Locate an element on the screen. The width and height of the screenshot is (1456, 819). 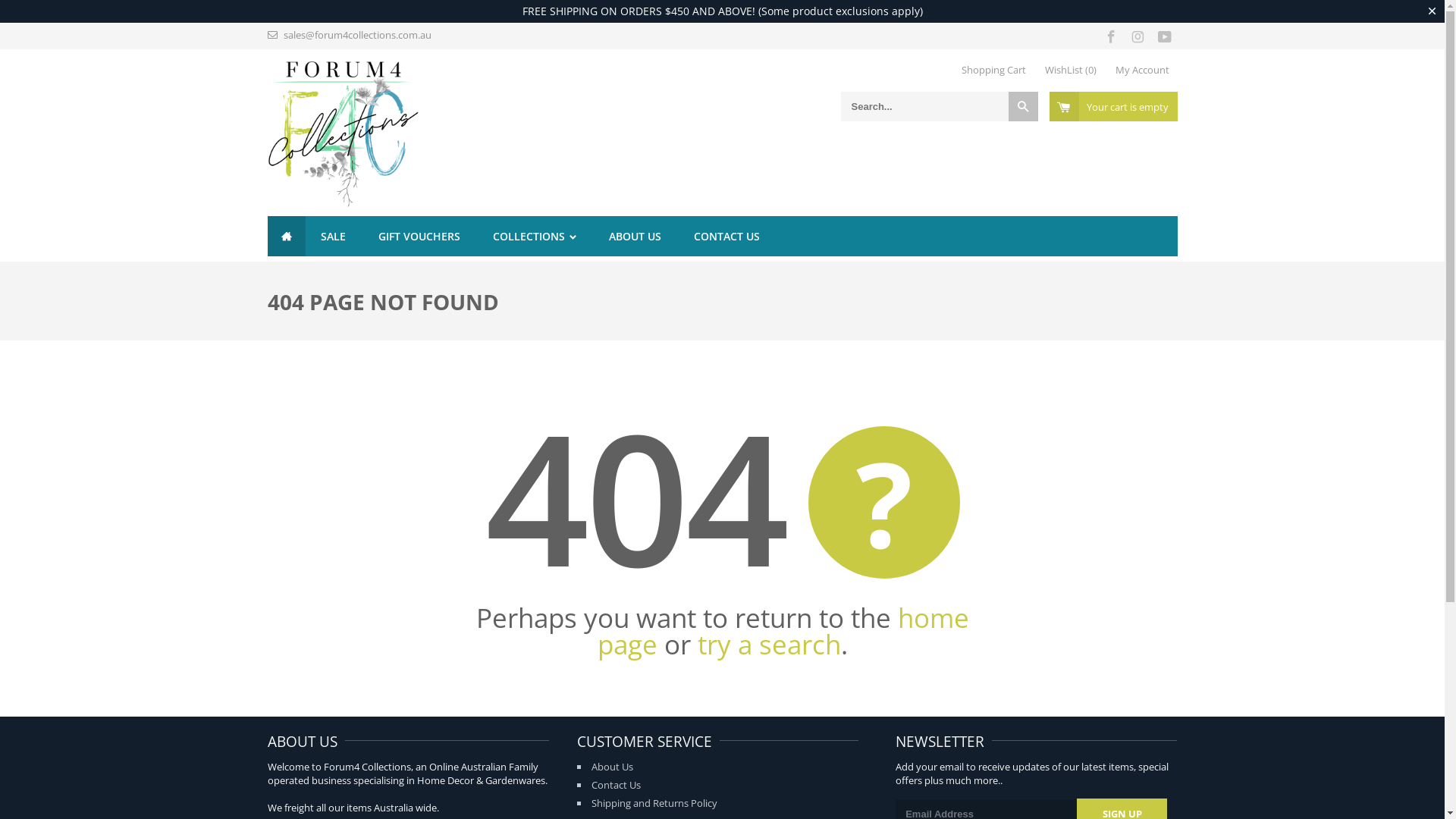
'Forum4 Collections on YouTube' is located at coordinates (1163, 34).